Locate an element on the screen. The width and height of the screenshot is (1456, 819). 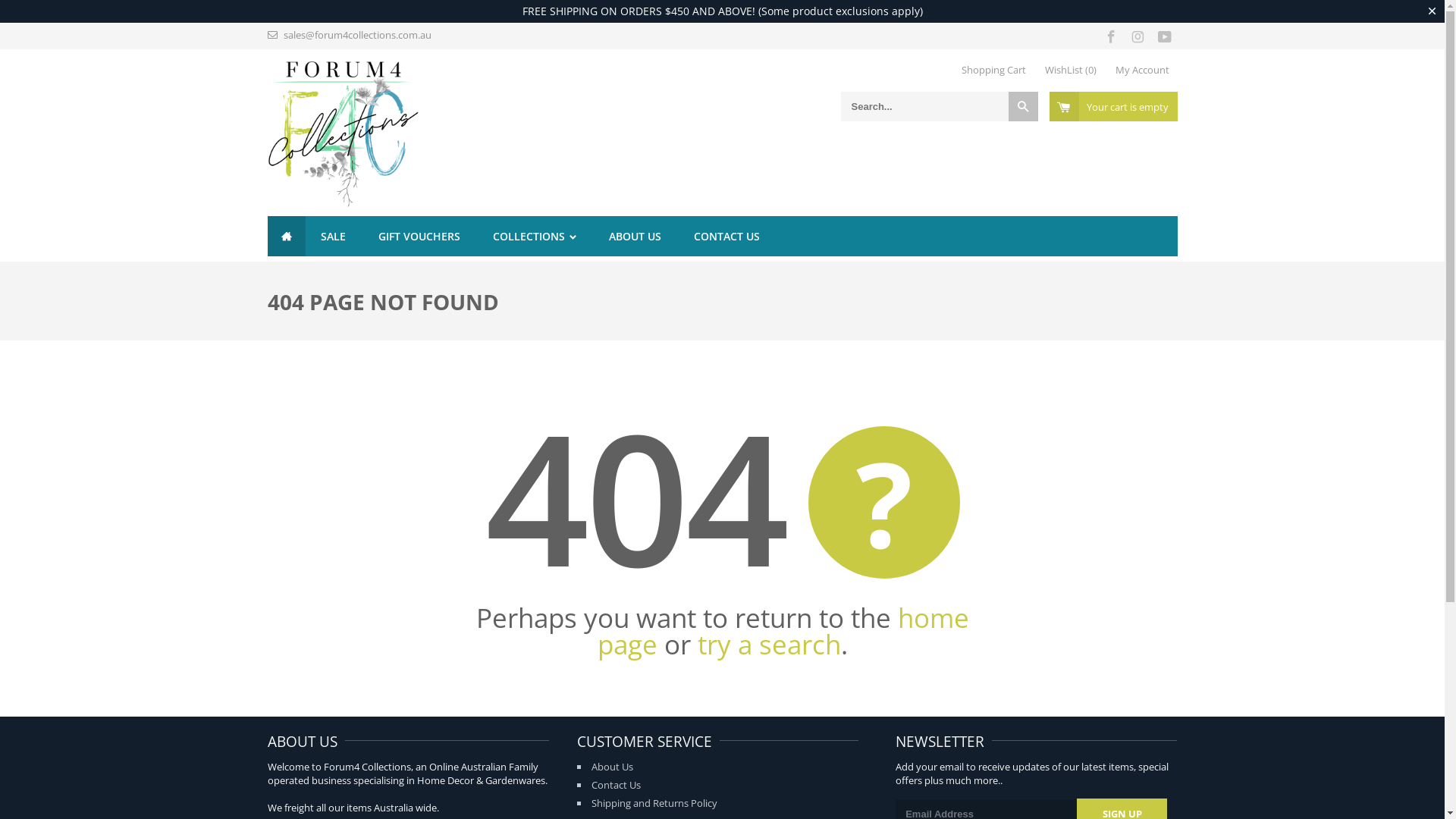
'Forum4 Collections on YouTube' is located at coordinates (1163, 34).